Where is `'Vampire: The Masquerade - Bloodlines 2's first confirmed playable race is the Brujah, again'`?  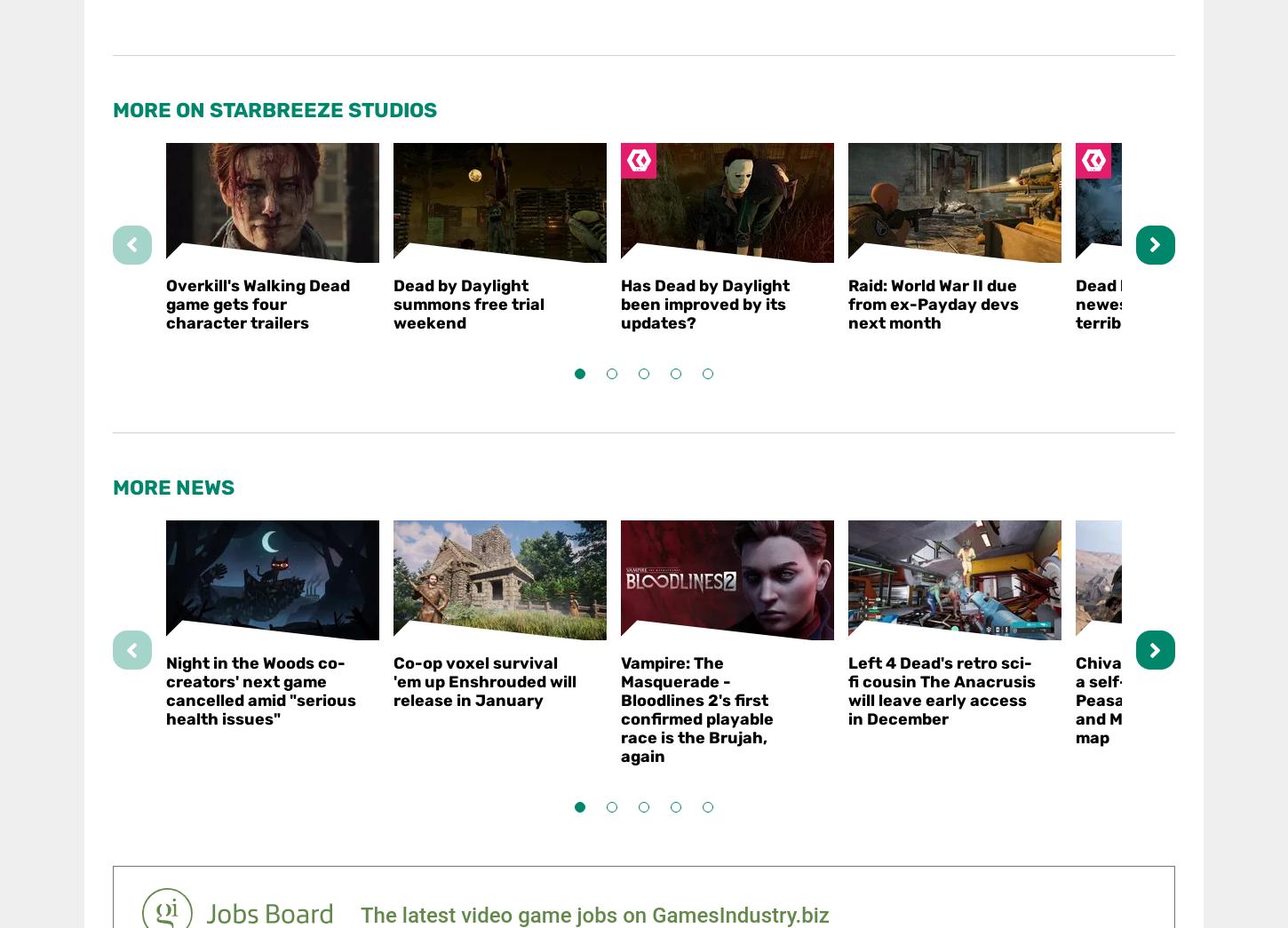 'Vampire: The Masquerade - Bloodlines 2's first confirmed playable race is the Brujah, again' is located at coordinates (697, 709).